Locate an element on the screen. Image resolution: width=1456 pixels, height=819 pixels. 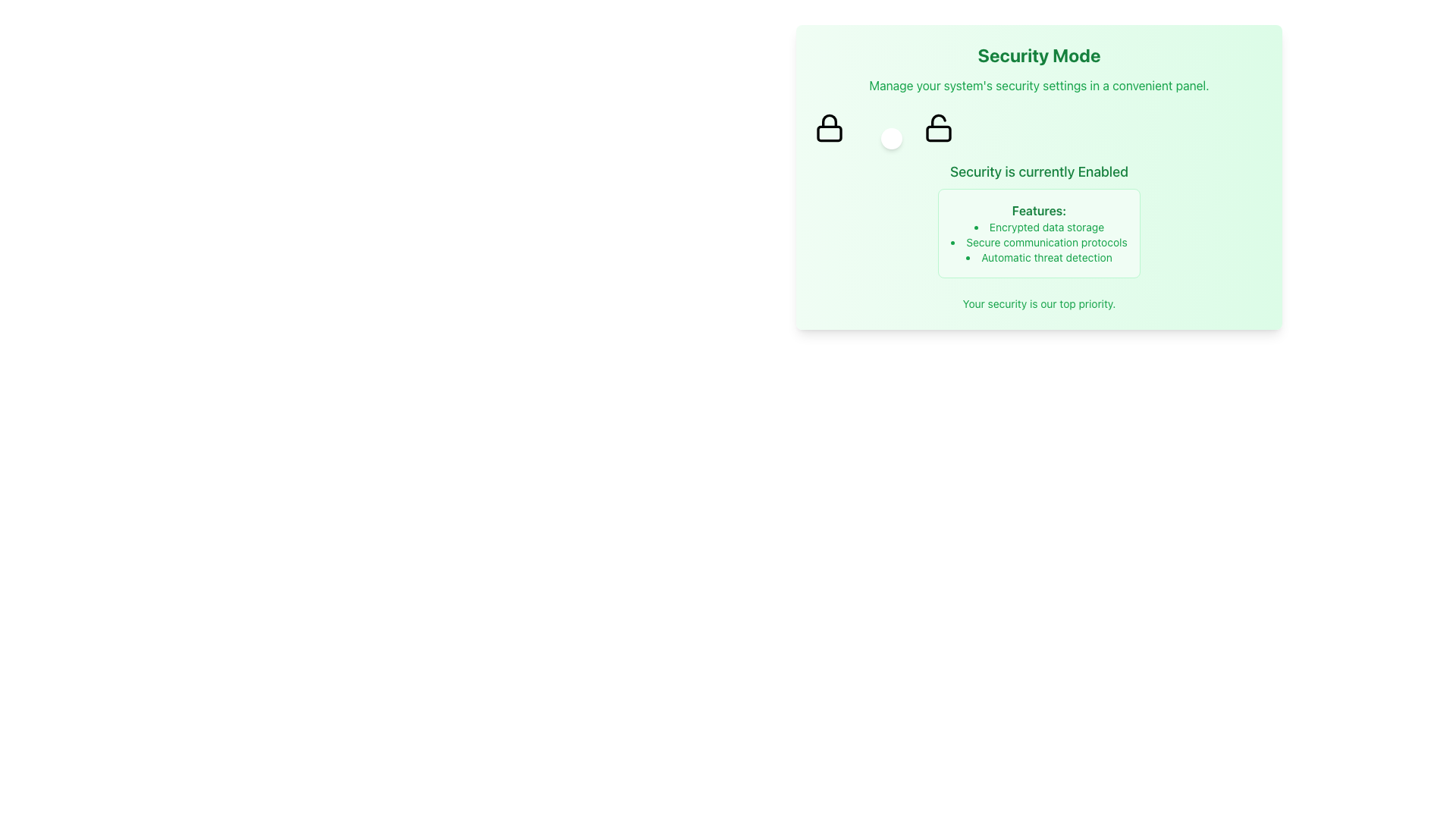
the text label 'Features:' which is styled in bold green font and located at the top of a light green box with a border is located at coordinates (1038, 210).